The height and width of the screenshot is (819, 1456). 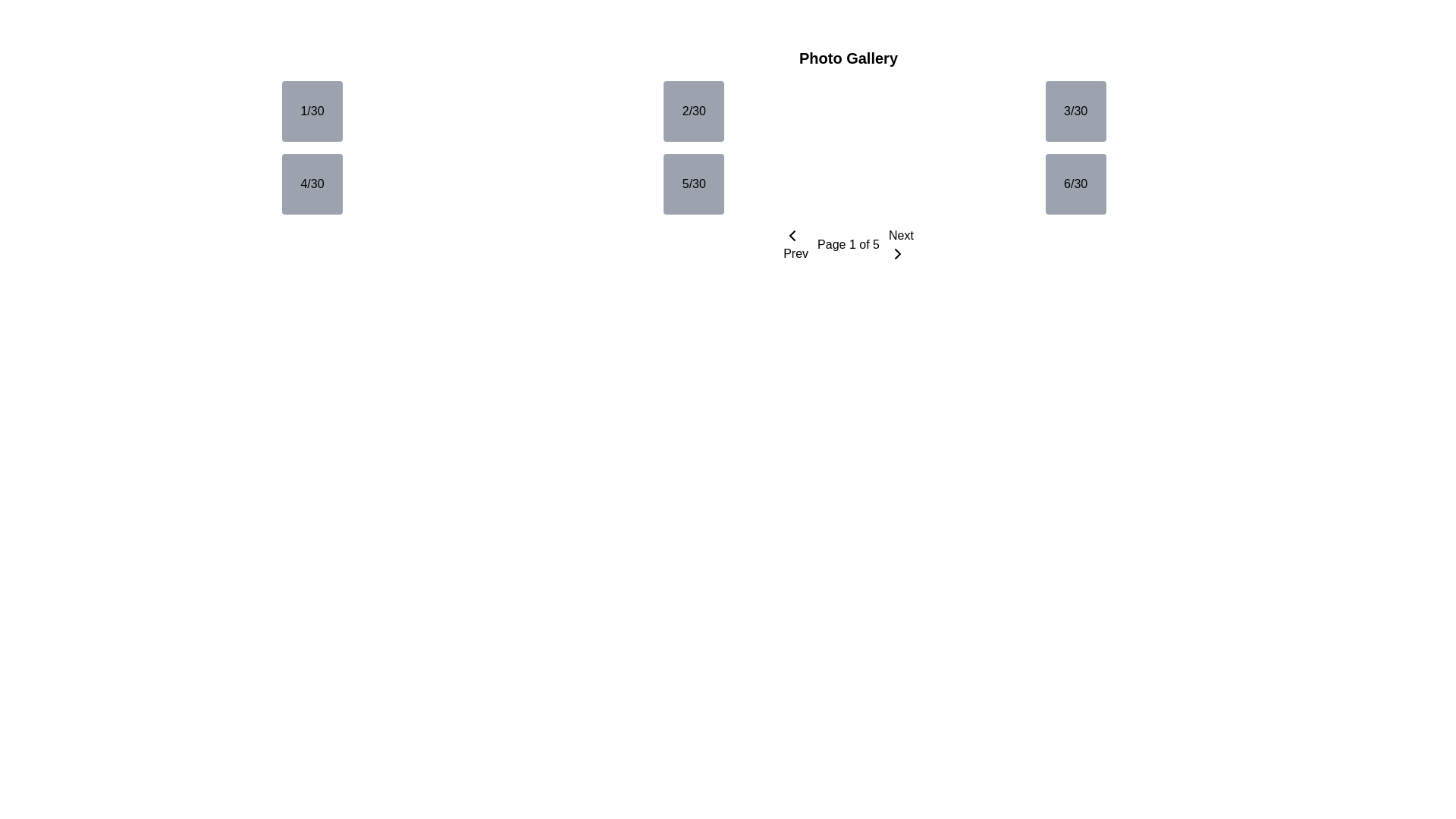 I want to click on the square-shaped box with a gray background and rounded corners that displays the text '5/30'. This element is located in the second row and second column of the grid layout, positioned below '2/30' and above '6/30', so click(x=693, y=184).